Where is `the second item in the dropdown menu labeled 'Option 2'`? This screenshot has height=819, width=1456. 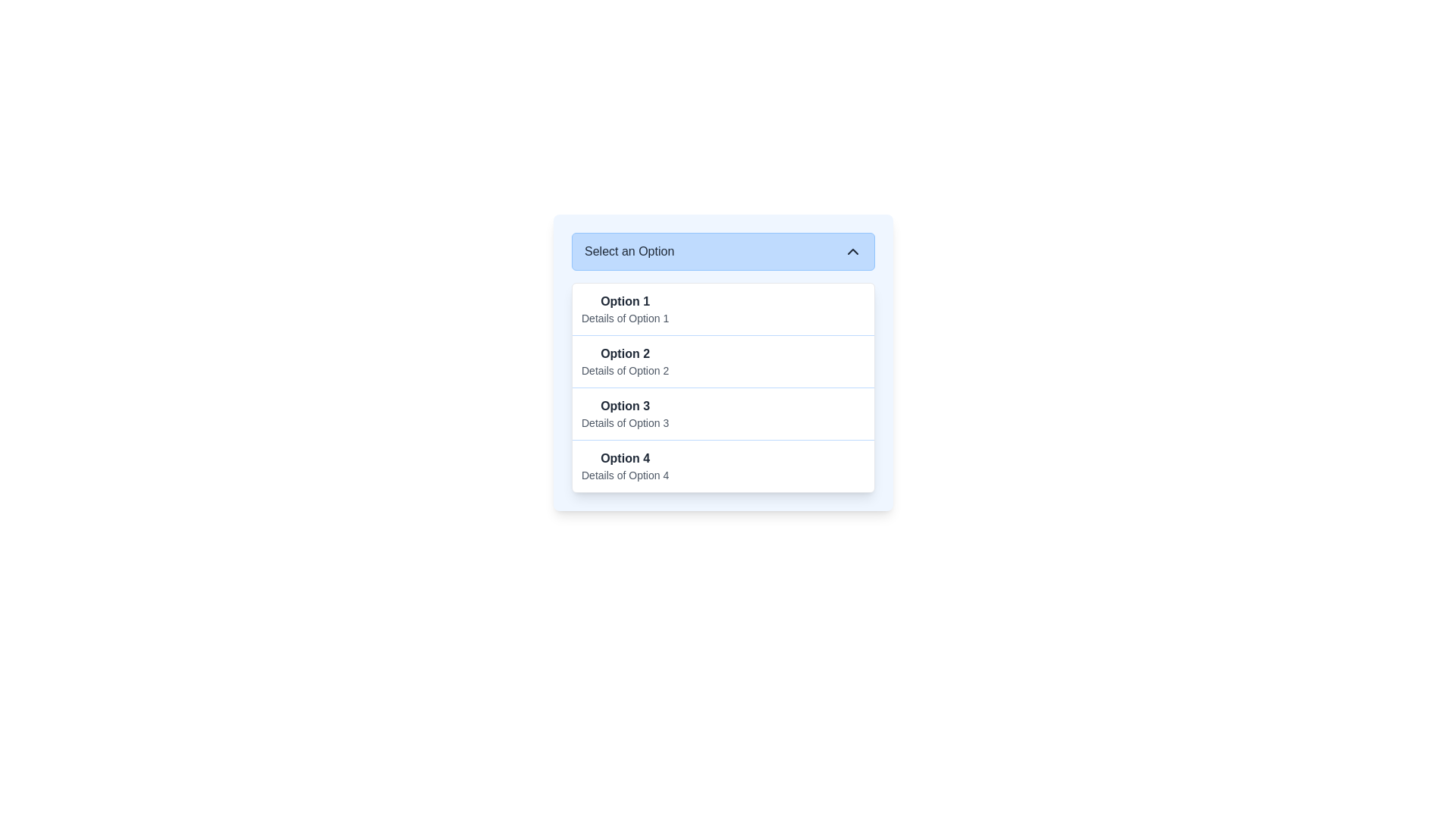
the second item in the dropdown menu labeled 'Option 2' is located at coordinates (625, 362).